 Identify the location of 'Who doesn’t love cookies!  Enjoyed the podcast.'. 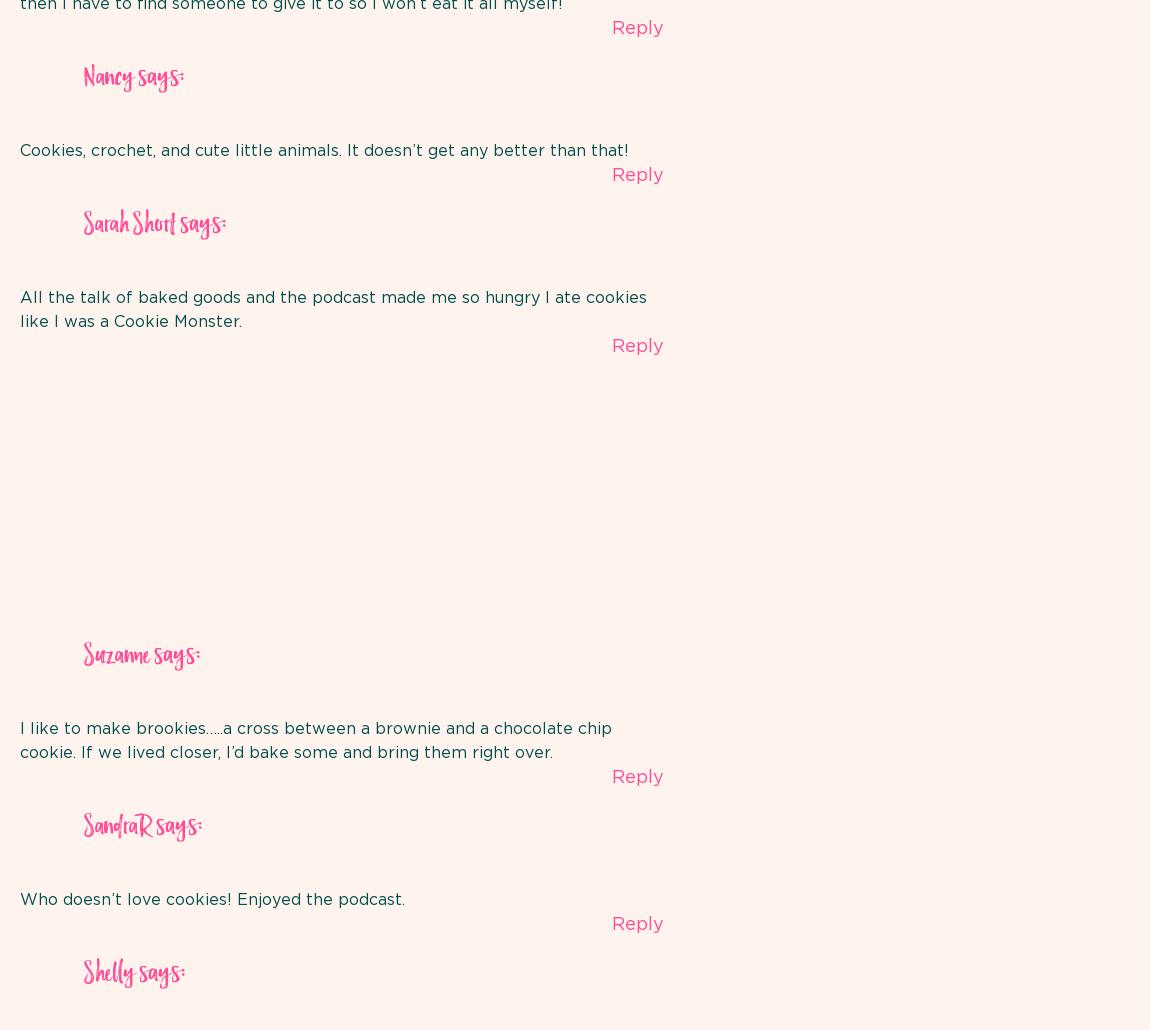
(211, 898).